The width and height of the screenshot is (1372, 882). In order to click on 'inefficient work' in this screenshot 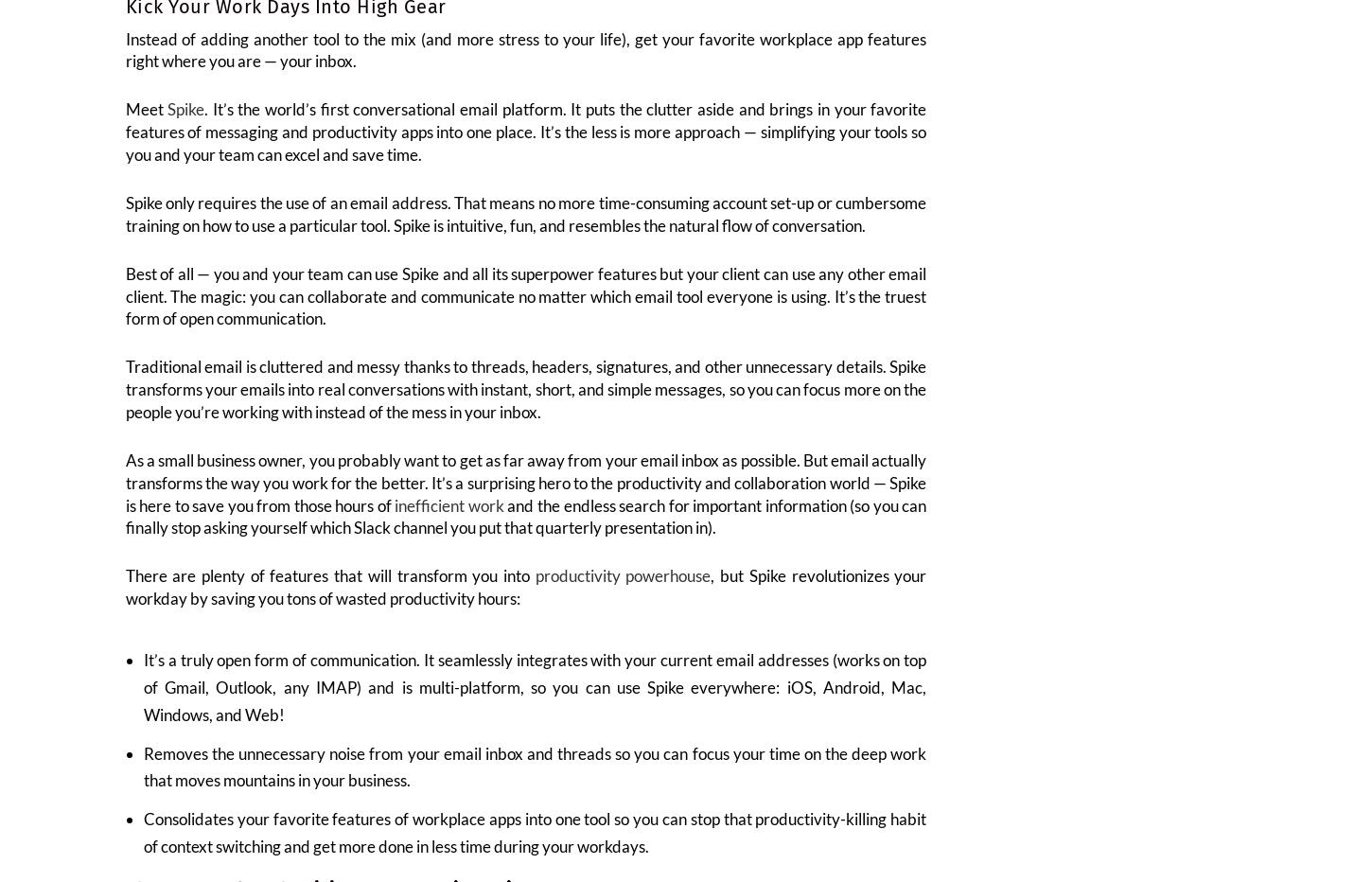, I will do `click(448, 517)`.